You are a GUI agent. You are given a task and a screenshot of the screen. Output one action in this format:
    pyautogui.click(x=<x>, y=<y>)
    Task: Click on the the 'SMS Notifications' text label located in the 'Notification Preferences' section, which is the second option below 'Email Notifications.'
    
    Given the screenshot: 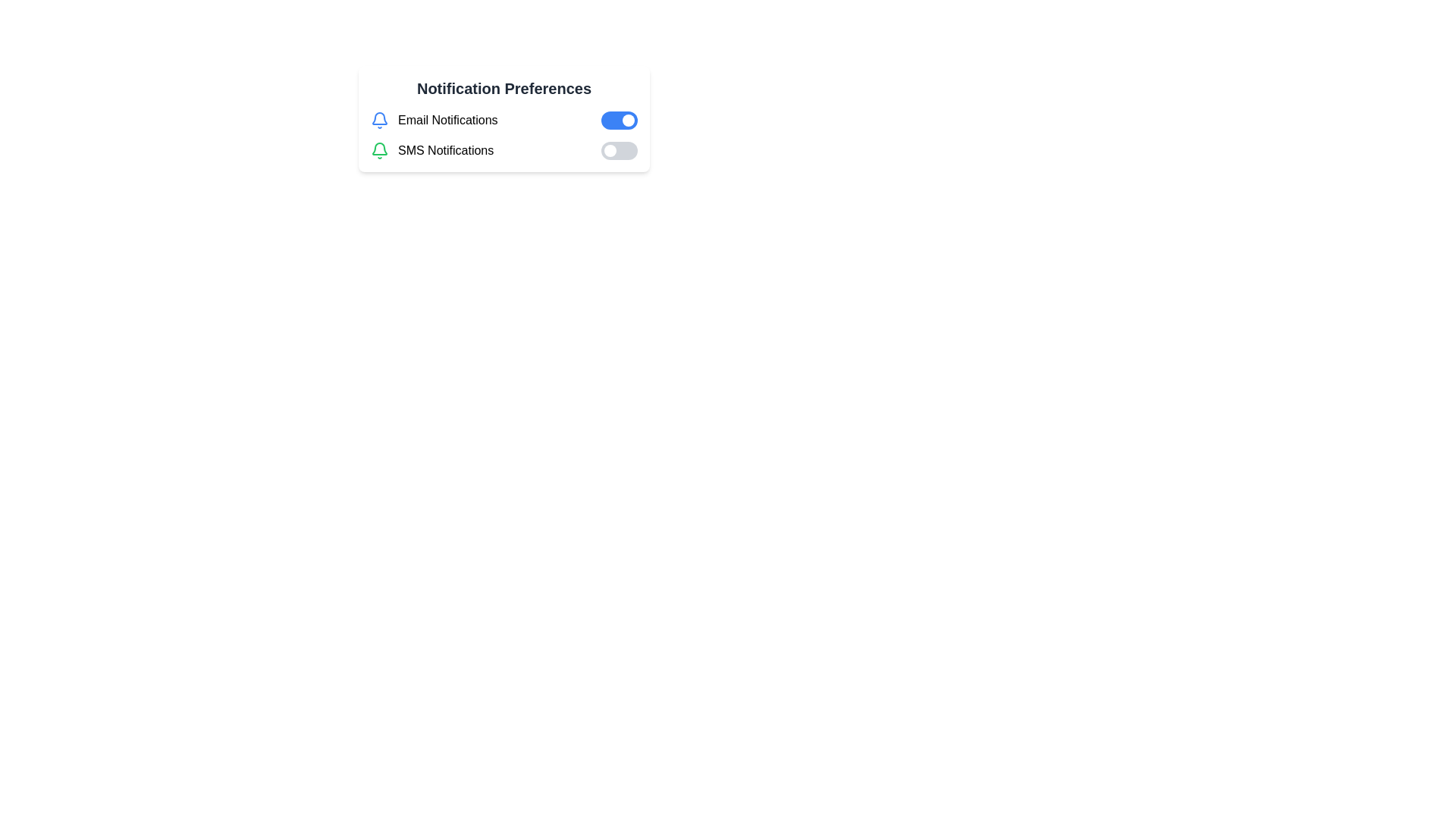 What is the action you would take?
    pyautogui.click(x=431, y=151)
    